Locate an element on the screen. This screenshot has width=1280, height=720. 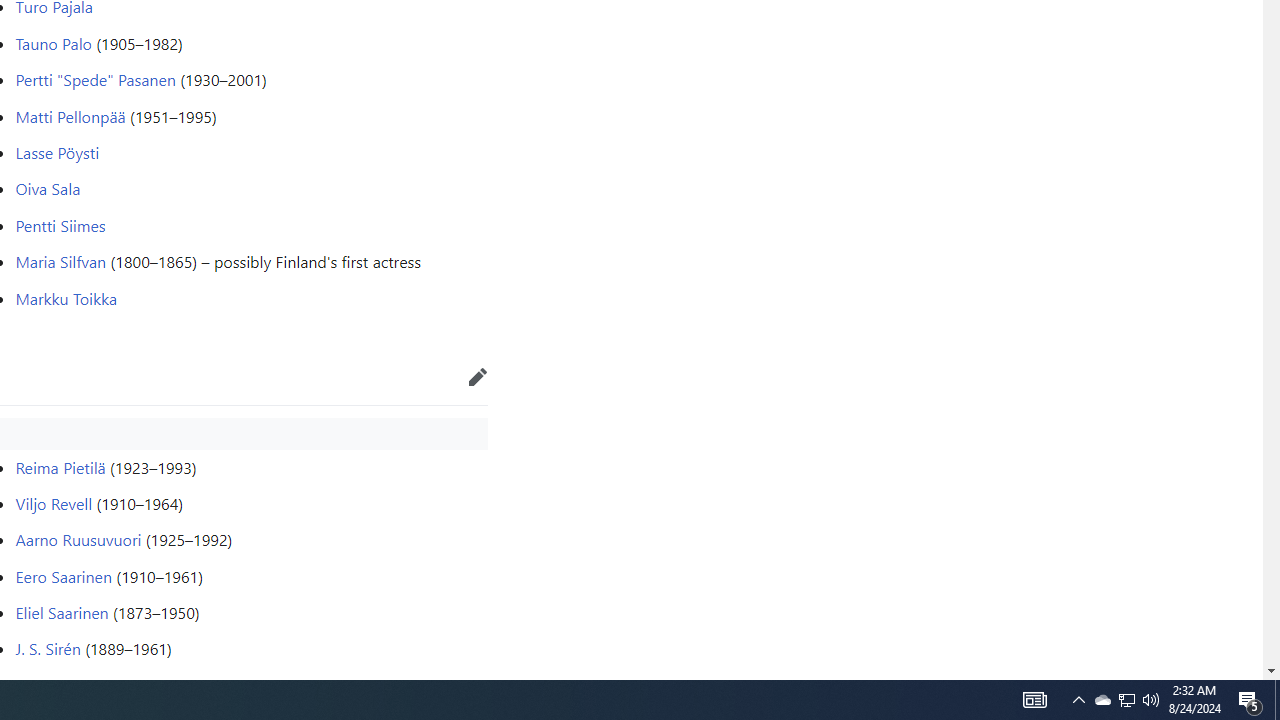
'Aarno Ruusuvuori' is located at coordinates (78, 540).